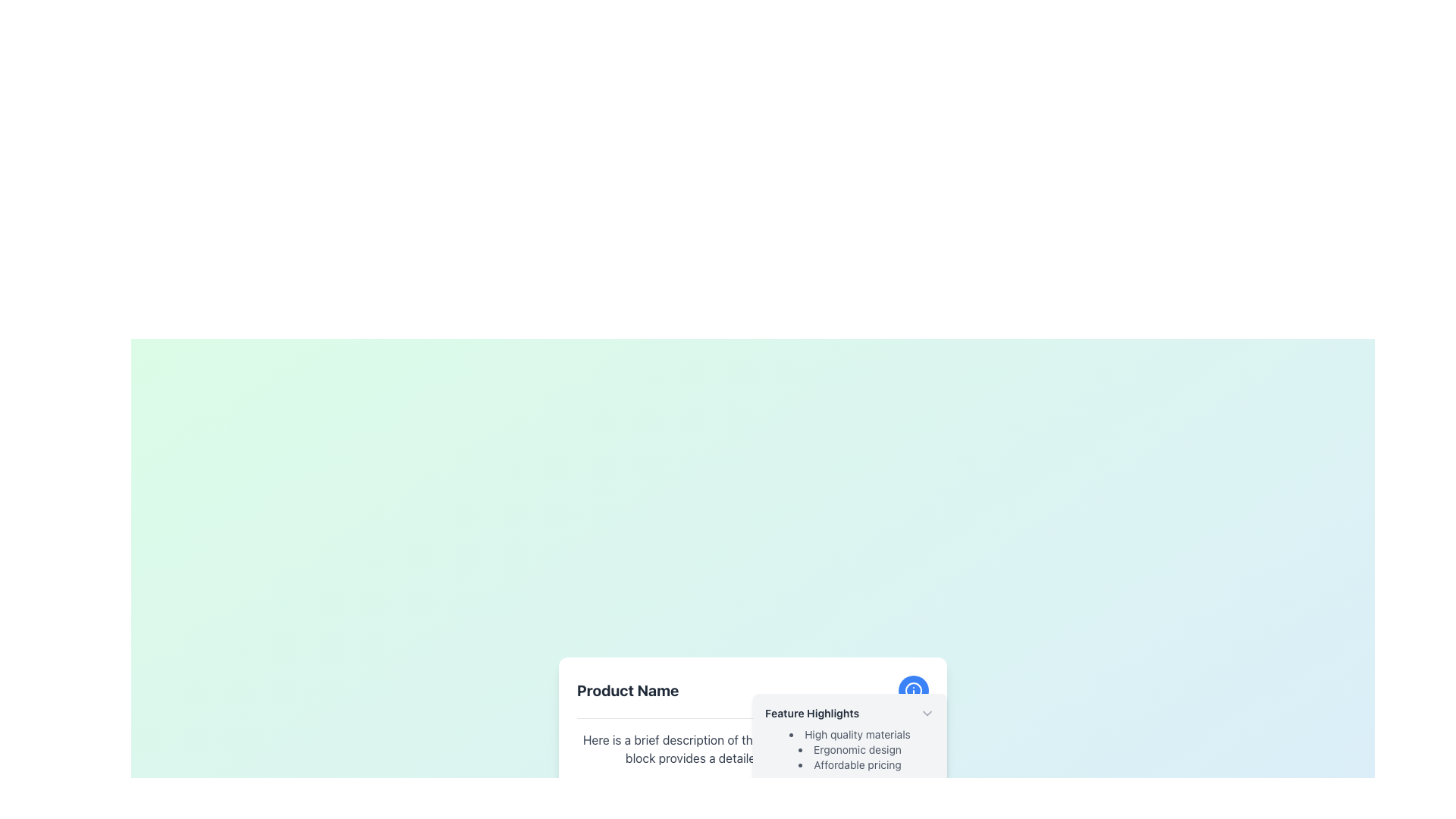 The image size is (1456, 819). Describe the element at coordinates (850, 733) in the screenshot. I see `the first bullet point text label in the 'Feature Highlights' section, which describes a feature of the product and is positioned above 'Ergonomic design' and 'Affordable pricing'` at that location.